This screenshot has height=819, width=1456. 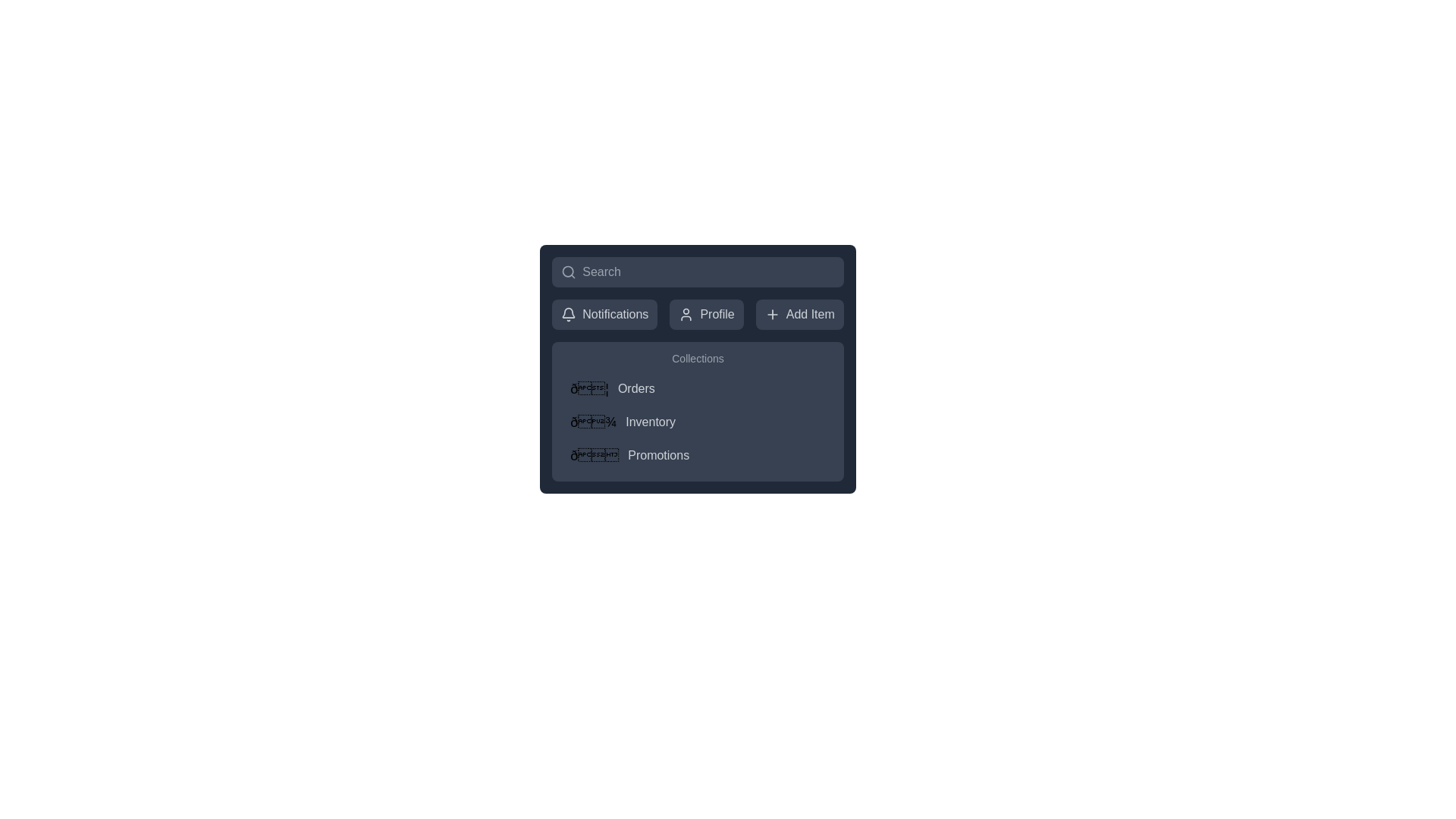 I want to click on the user silhouette icon located in the middle of the 'Profile' button at the top center of the UI, so click(x=686, y=314).